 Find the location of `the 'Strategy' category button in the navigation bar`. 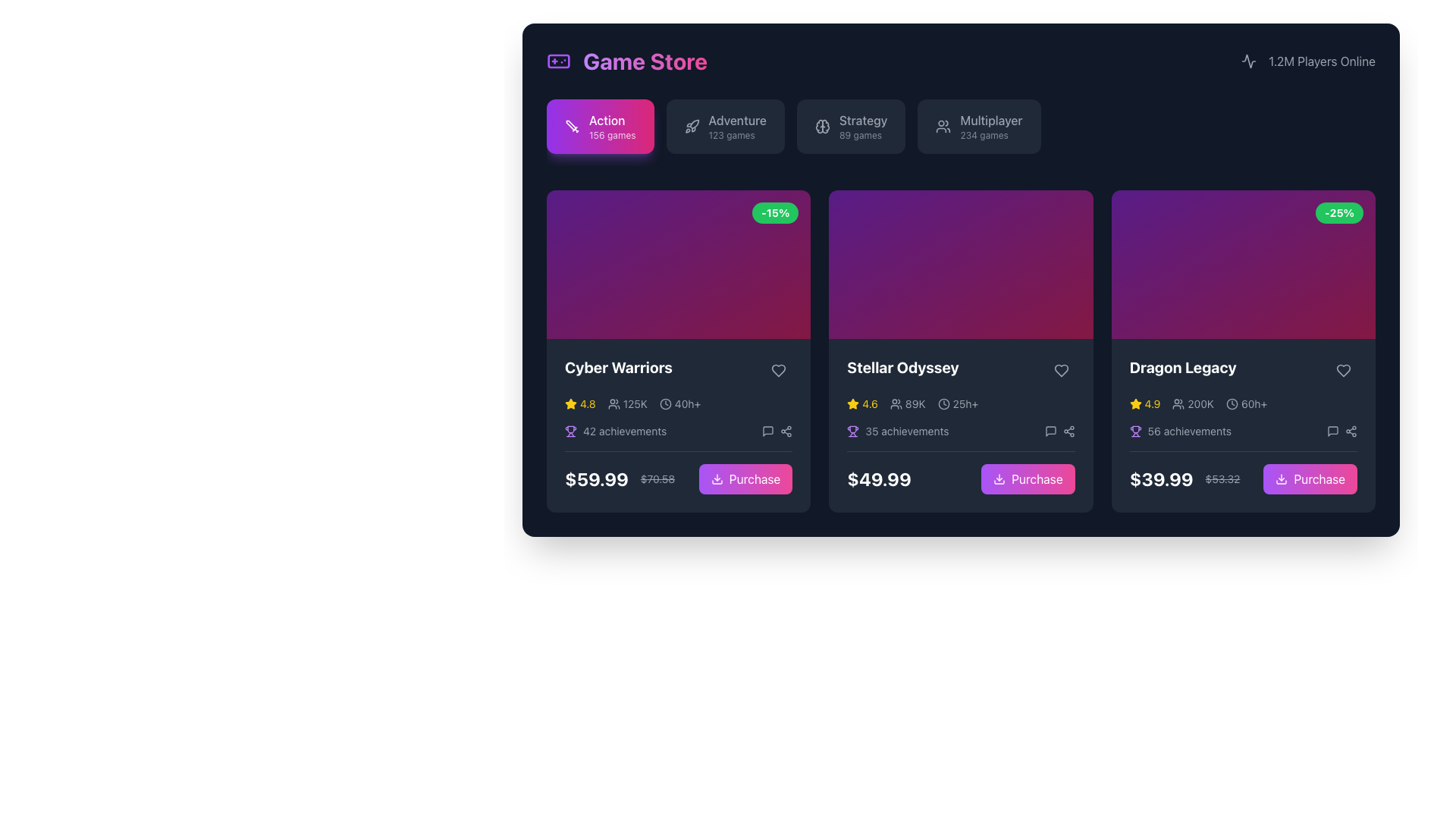

the 'Strategy' category button in the navigation bar is located at coordinates (821, 125).